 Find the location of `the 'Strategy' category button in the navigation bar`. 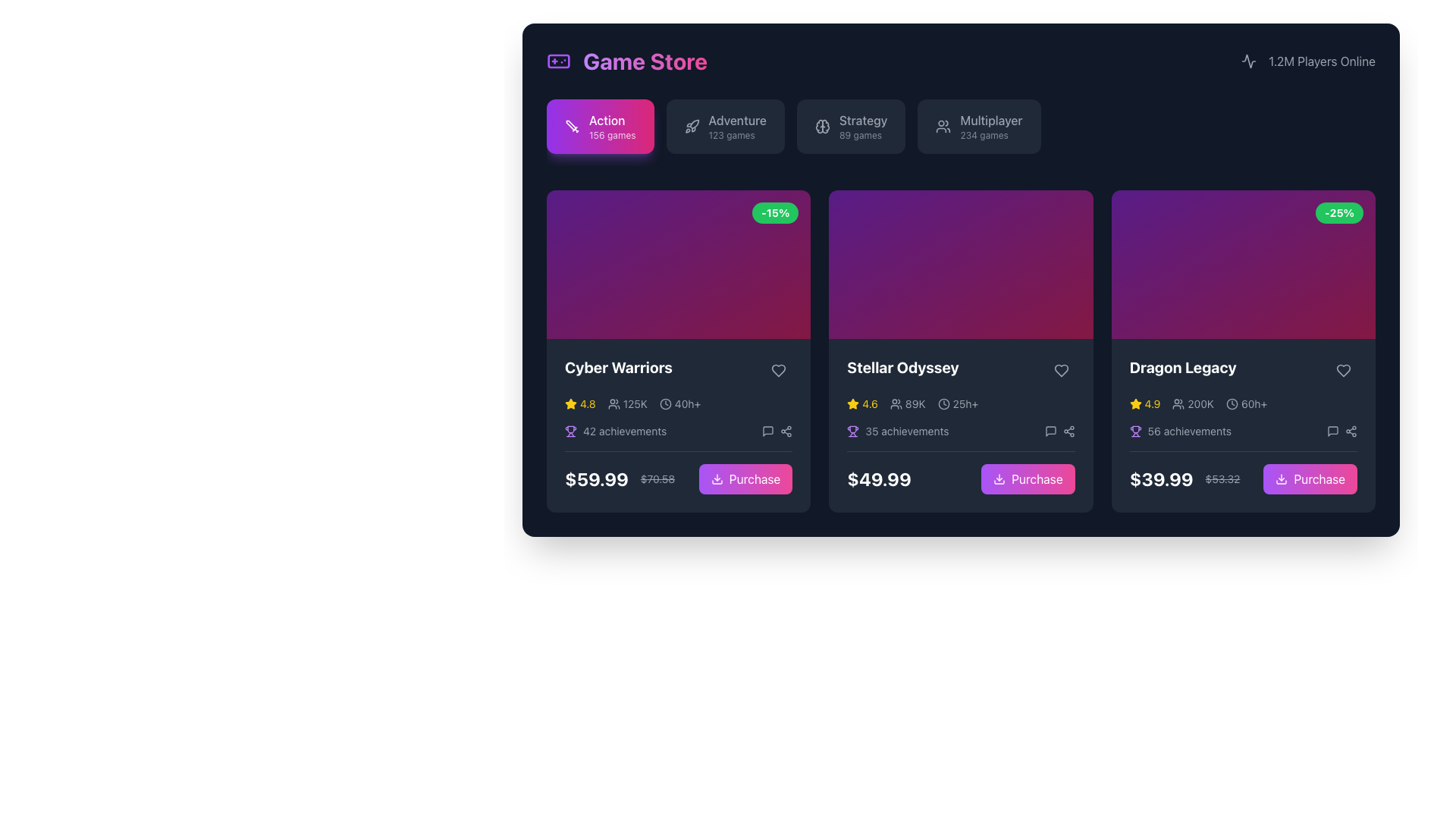

the 'Strategy' category button in the navigation bar is located at coordinates (821, 125).